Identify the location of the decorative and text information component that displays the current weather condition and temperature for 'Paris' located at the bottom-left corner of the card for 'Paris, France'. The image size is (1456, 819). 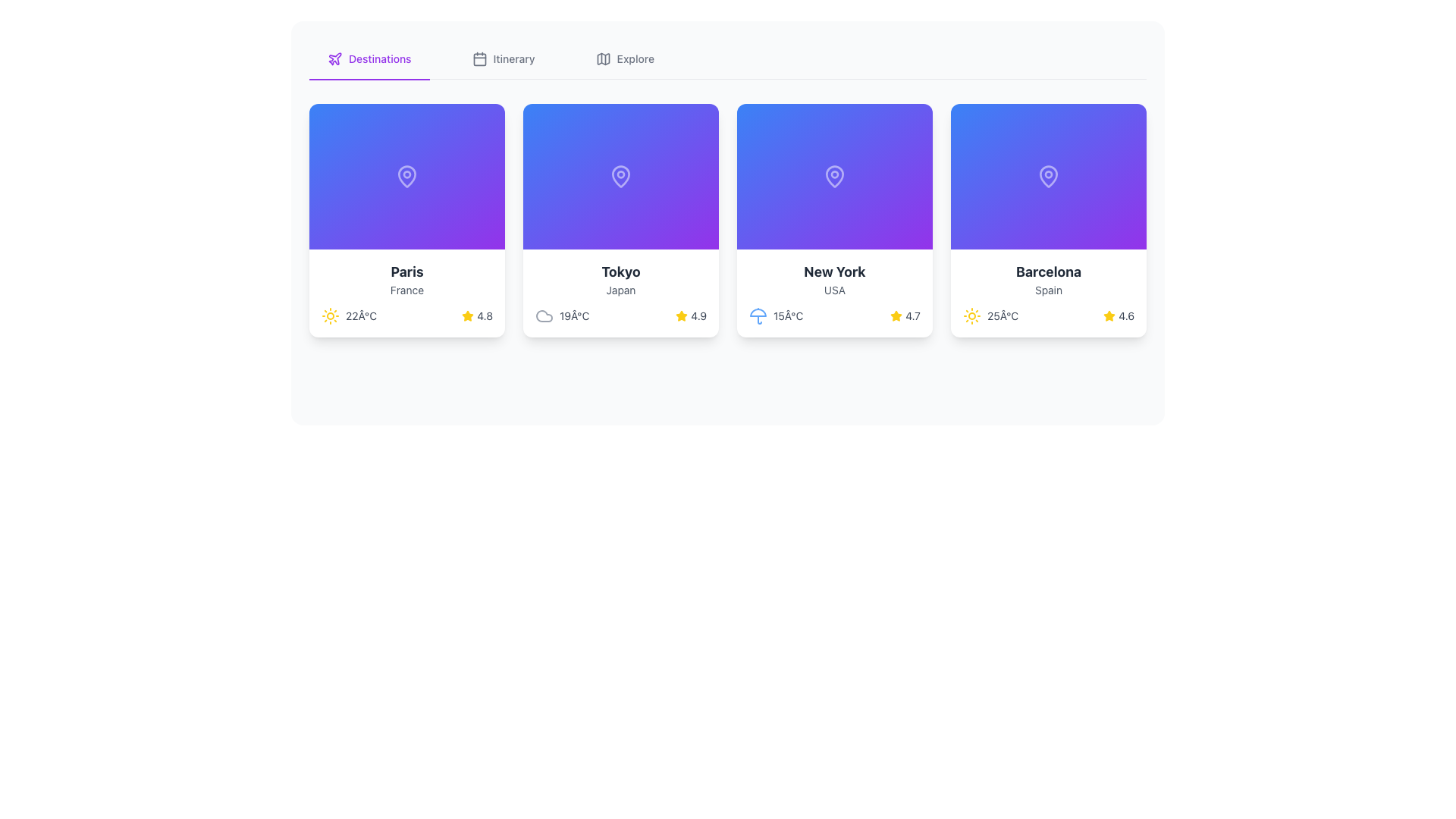
(348, 315).